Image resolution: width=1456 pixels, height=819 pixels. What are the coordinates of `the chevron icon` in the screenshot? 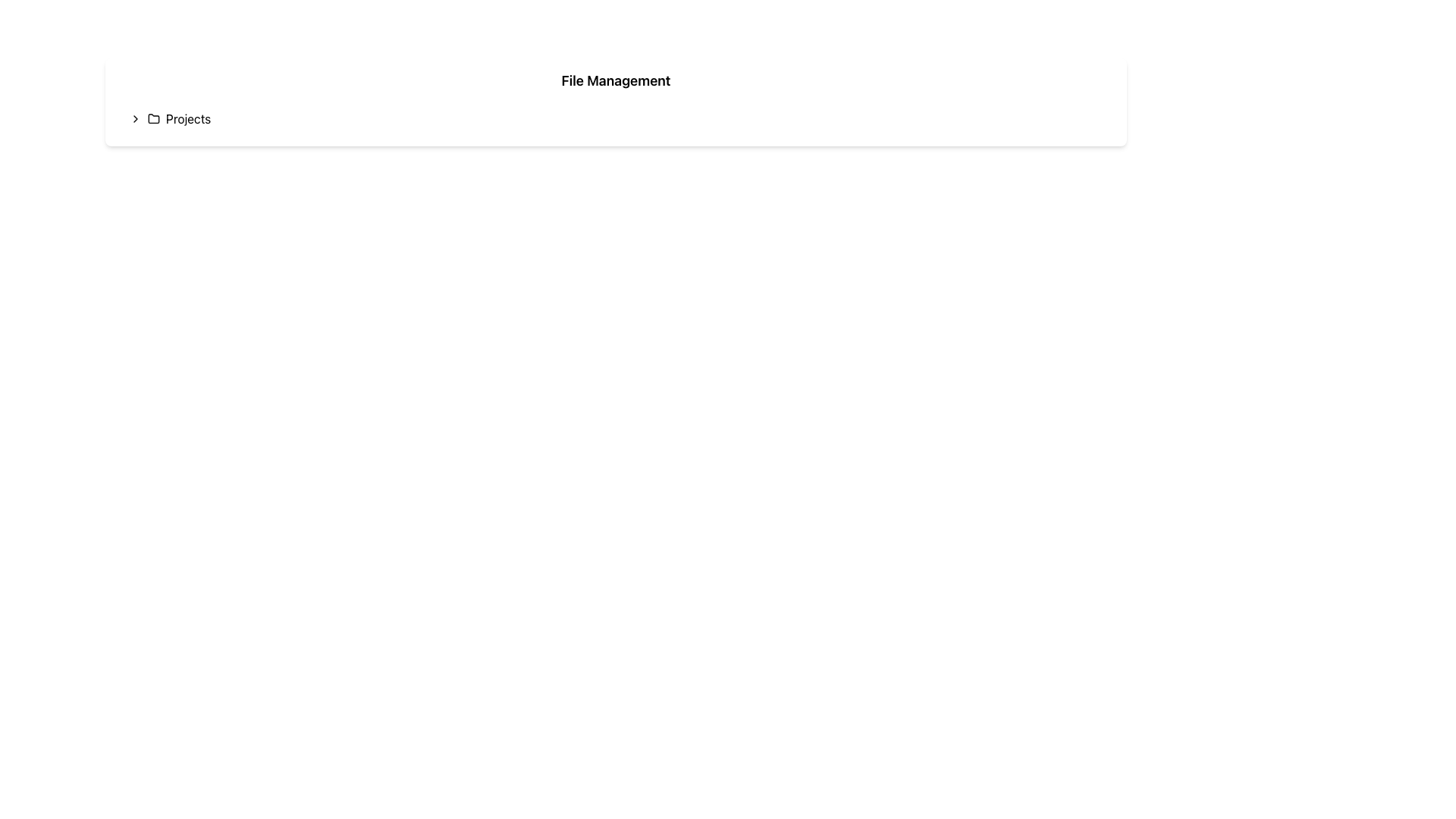 It's located at (135, 118).